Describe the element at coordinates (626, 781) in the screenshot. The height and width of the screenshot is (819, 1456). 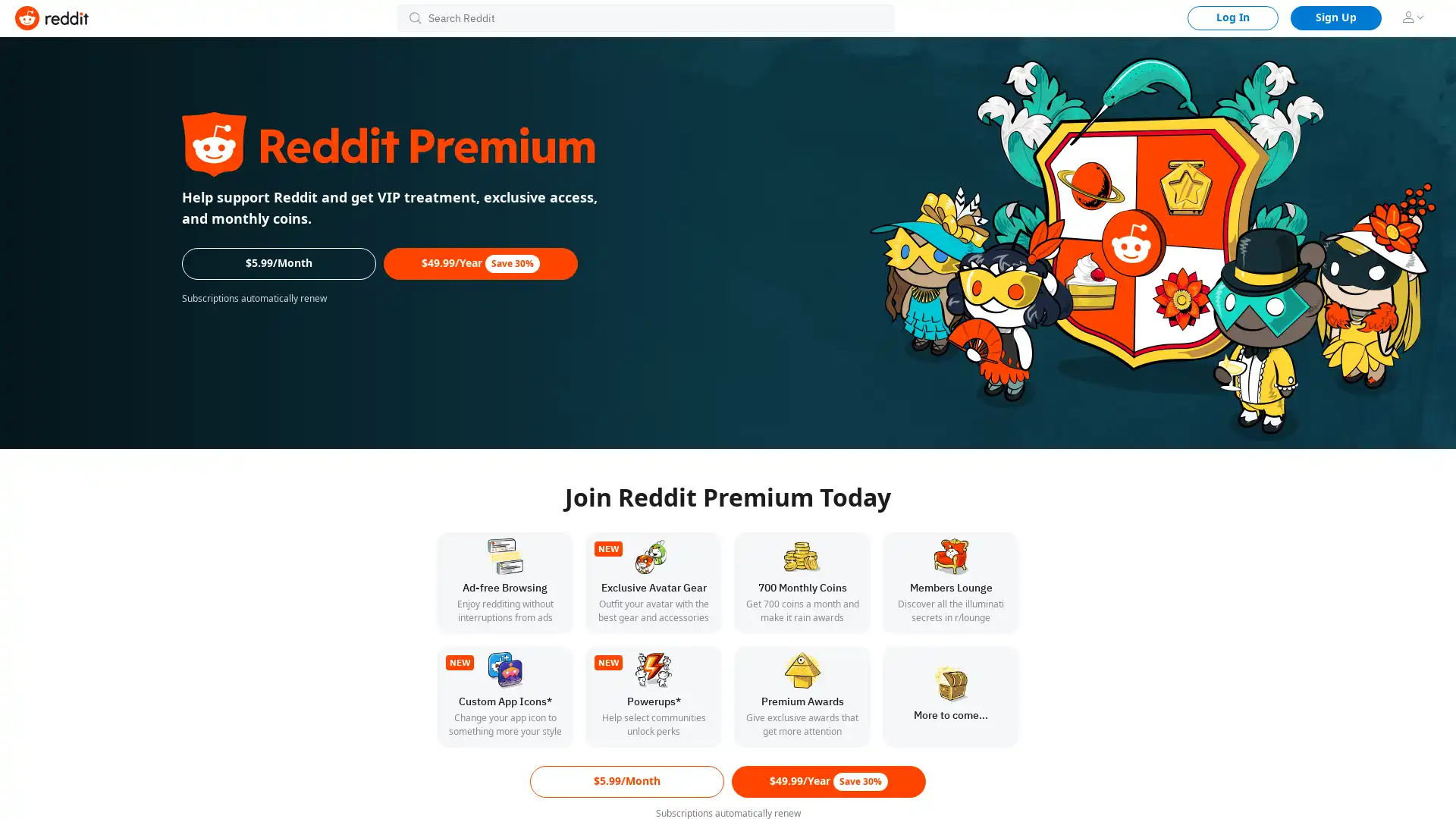
I see `$5.99/Month` at that location.